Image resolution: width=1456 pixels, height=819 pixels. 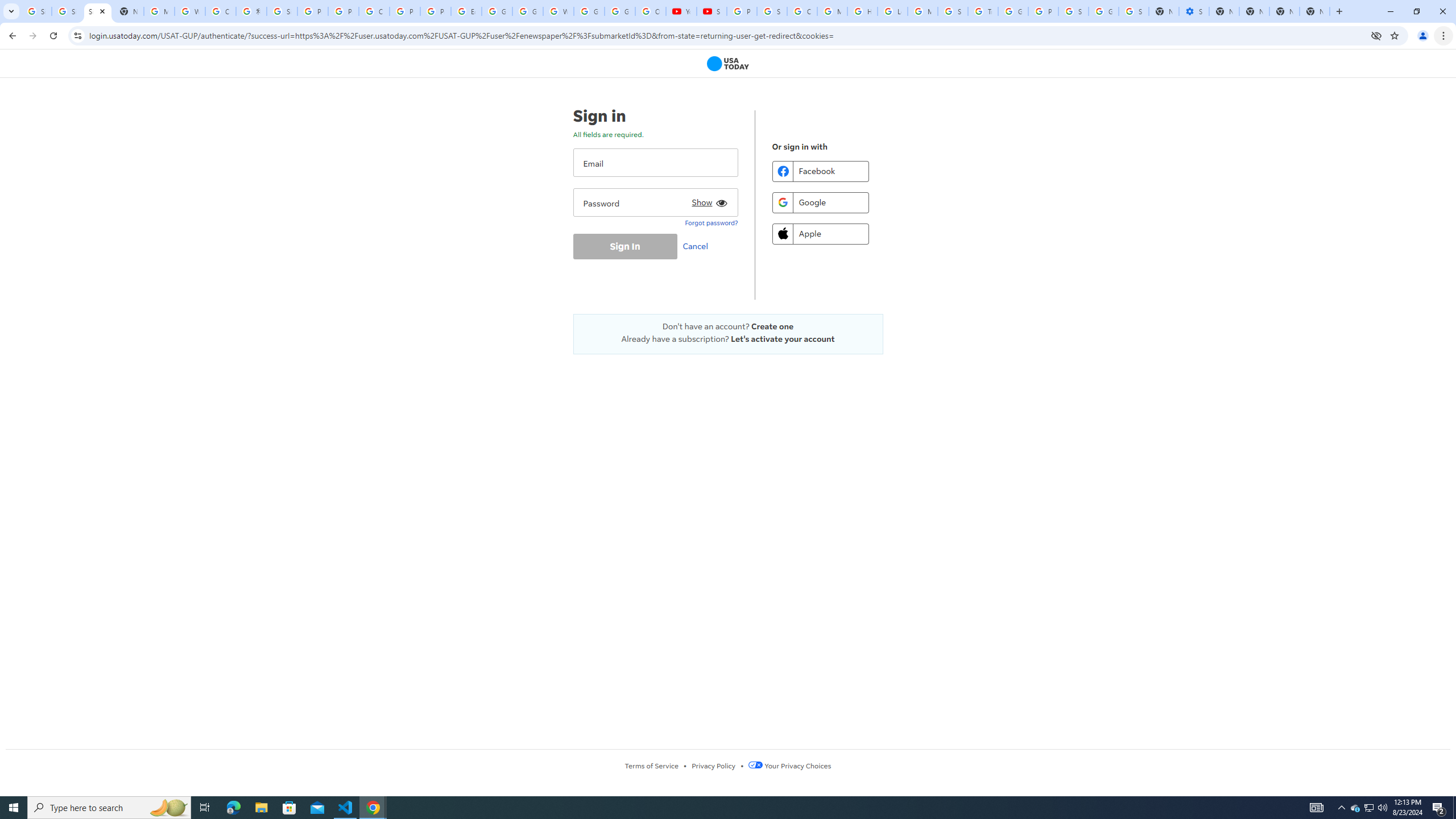 I want to click on 'Facebook', so click(x=820, y=170).